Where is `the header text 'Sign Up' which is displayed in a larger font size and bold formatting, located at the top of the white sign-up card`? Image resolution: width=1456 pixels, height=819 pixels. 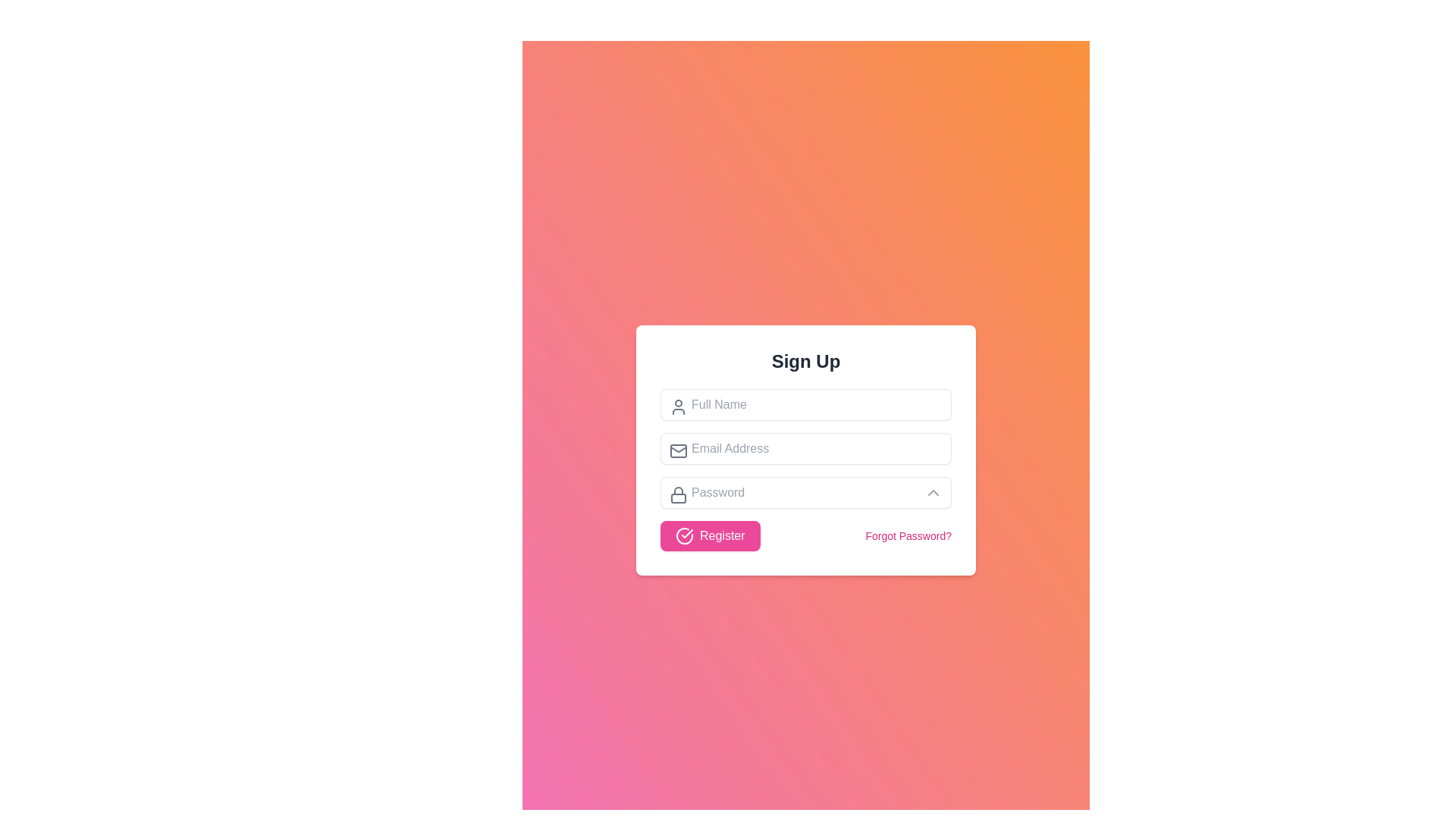
the header text 'Sign Up' which is displayed in a larger font size and bold formatting, located at the top of the white sign-up card is located at coordinates (805, 362).